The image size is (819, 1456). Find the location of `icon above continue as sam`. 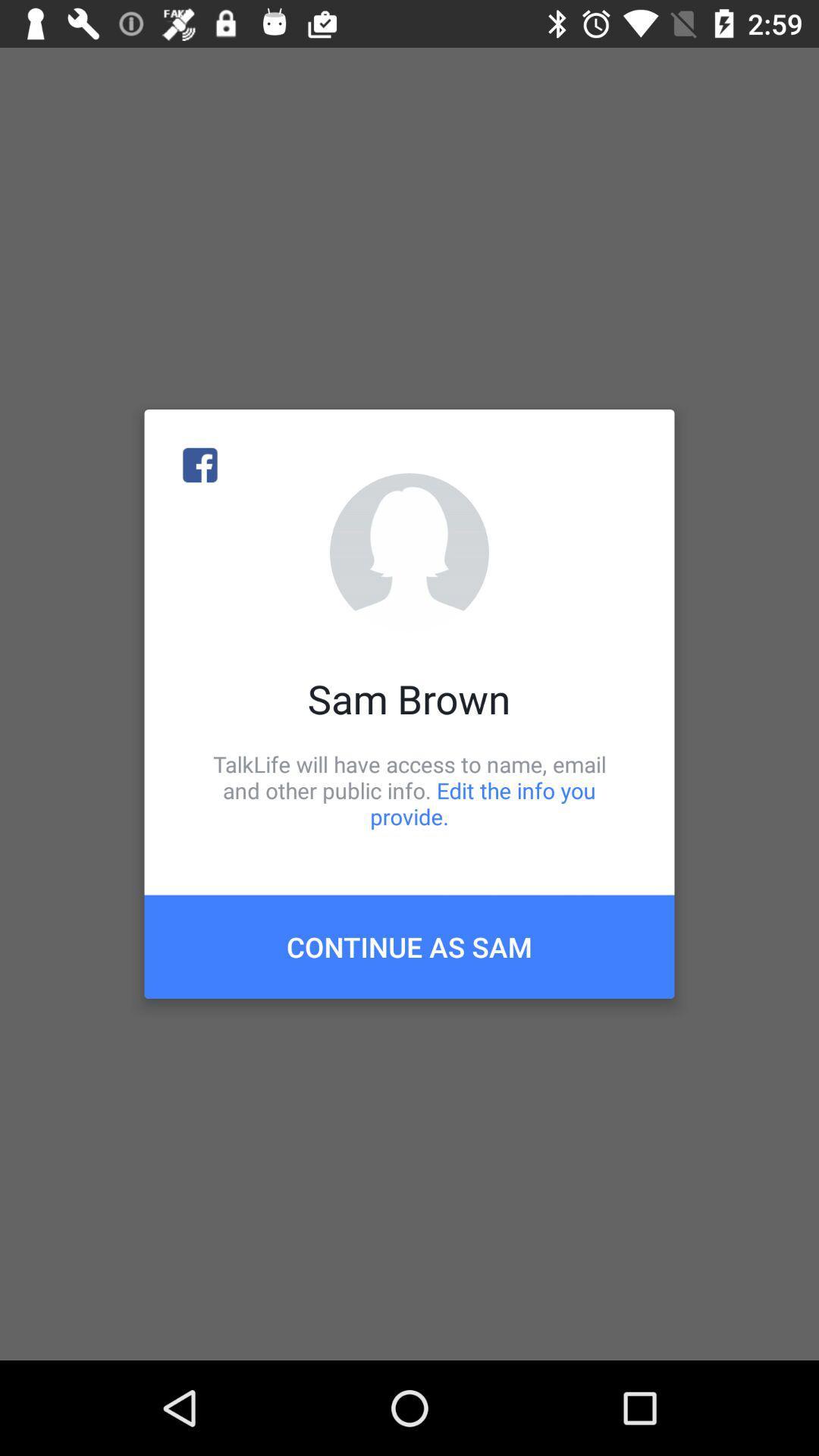

icon above continue as sam is located at coordinates (409, 789).